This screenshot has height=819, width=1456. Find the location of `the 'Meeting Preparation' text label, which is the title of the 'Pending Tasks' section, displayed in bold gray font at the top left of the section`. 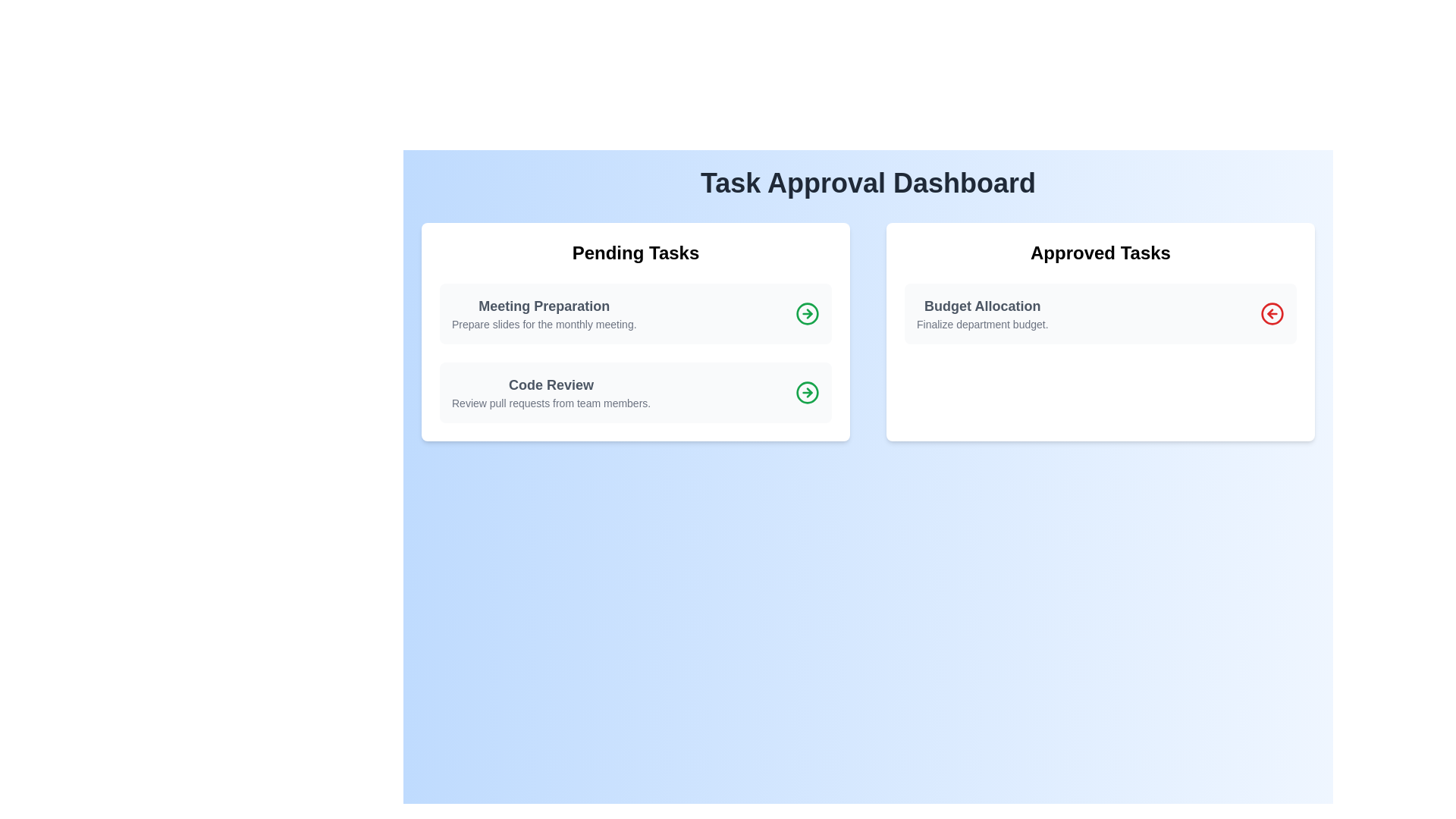

the 'Meeting Preparation' text label, which is the title of the 'Pending Tasks' section, displayed in bold gray font at the top left of the section is located at coordinates (544, 306).